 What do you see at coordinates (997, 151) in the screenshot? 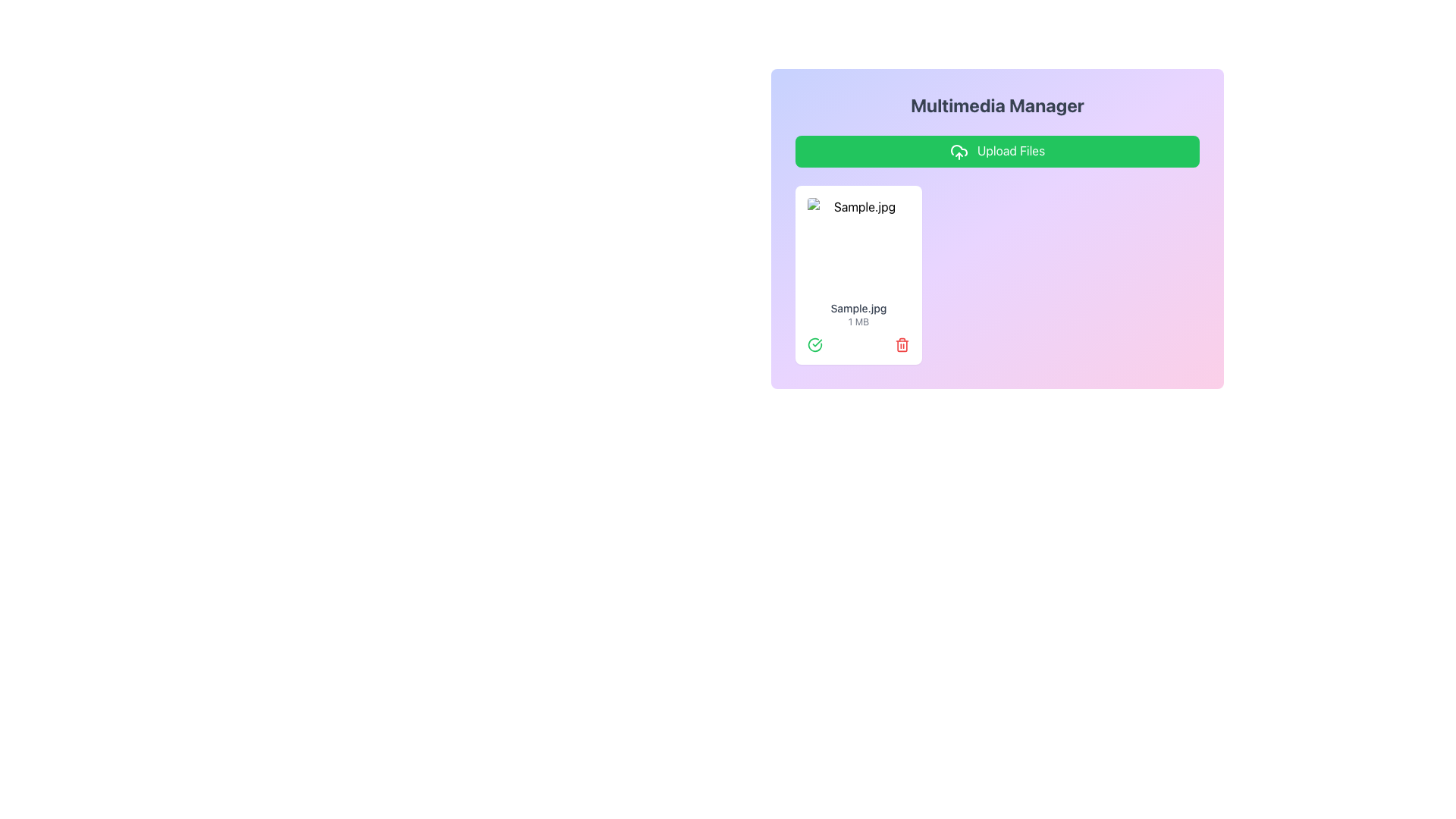
I see `the green rectangular 'Upload Files' button with rounded edges, located below the 'Multimedia Manager' title` at bounding box center [997, 151].